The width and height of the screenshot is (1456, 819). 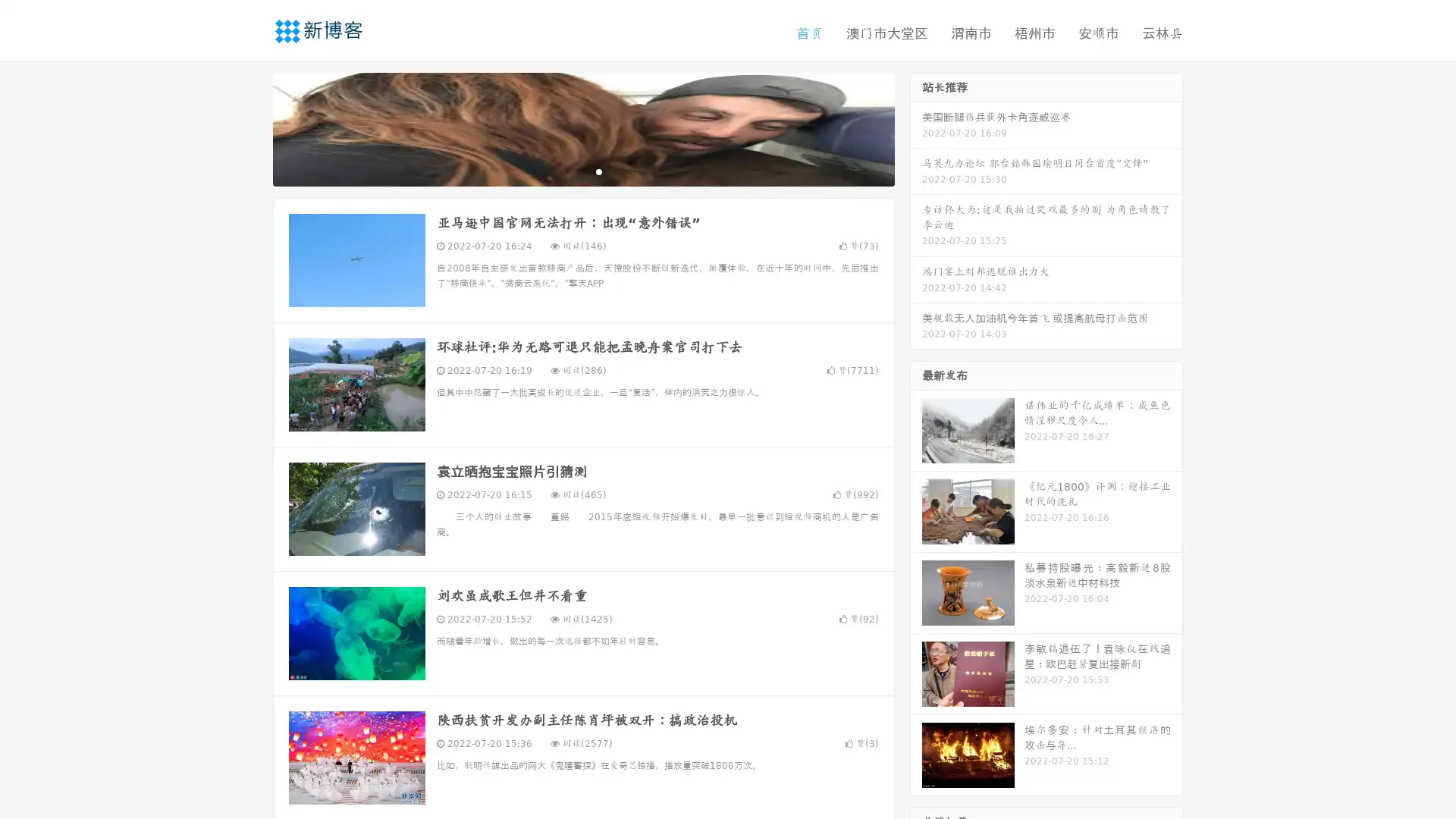 I want to click on Go to slide 1, so click(x=567, y=171).